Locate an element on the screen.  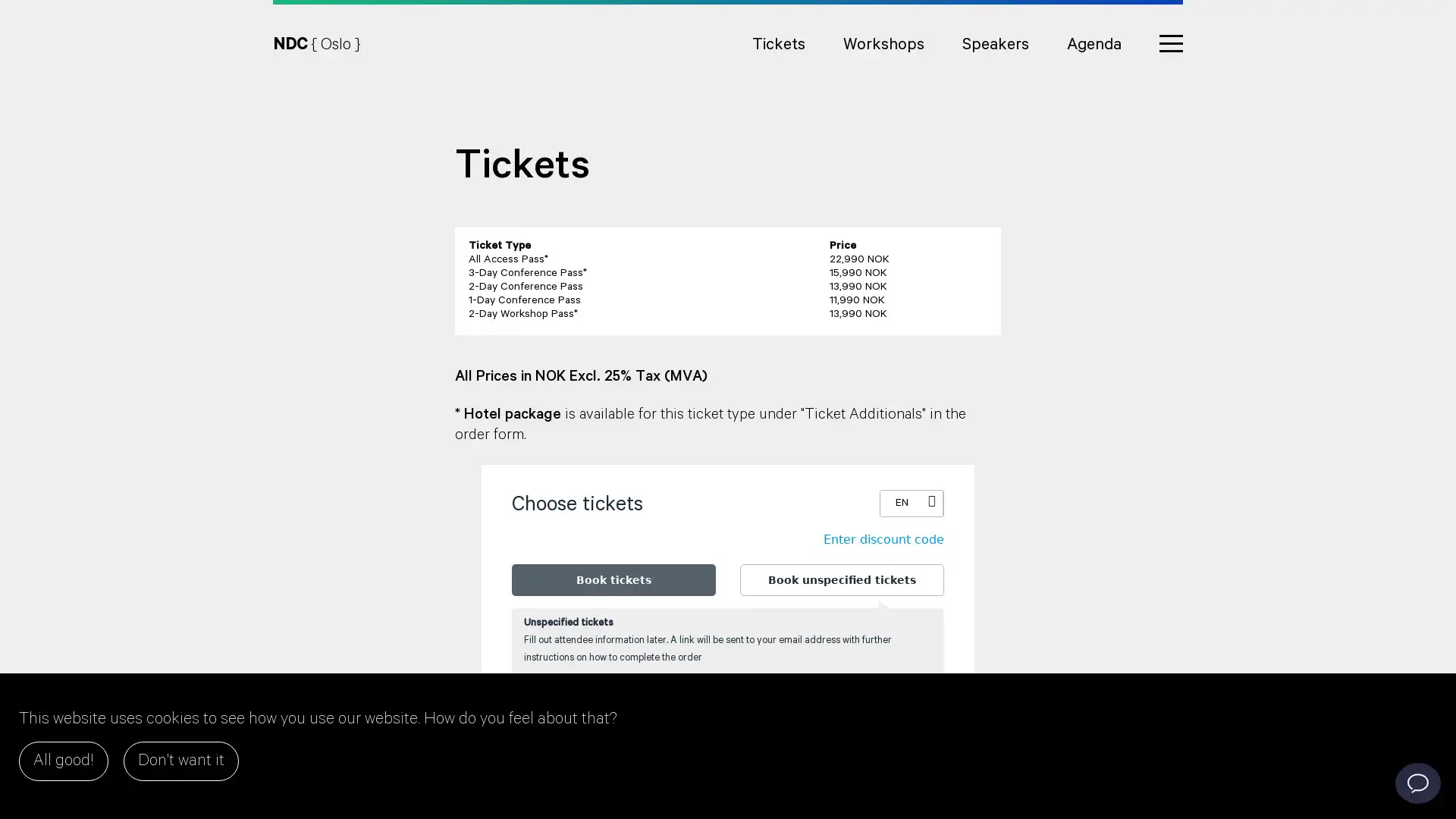
Enter discount code is located at coordinates (893, 537).